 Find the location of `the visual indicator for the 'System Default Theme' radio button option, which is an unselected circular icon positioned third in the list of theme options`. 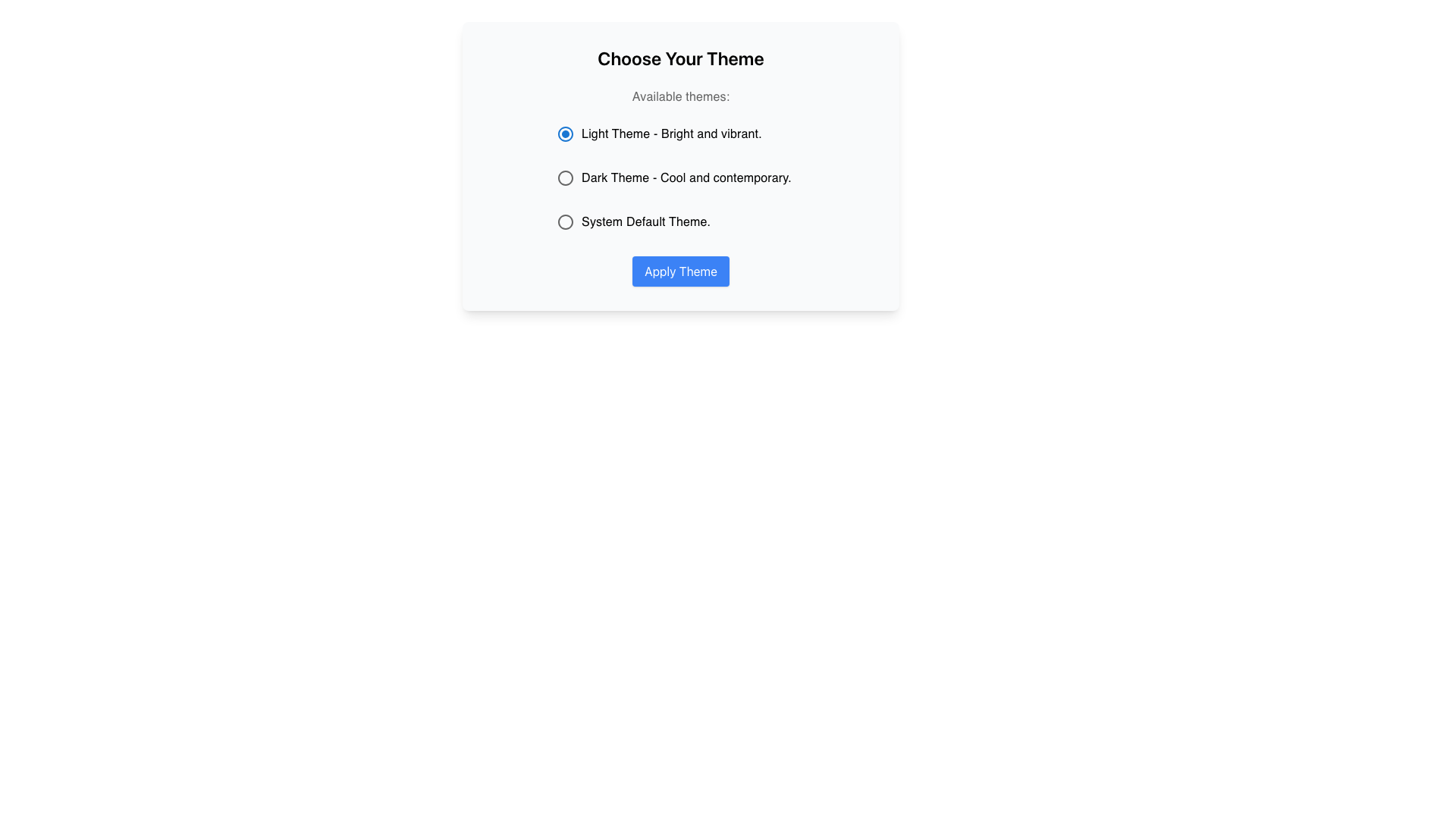

the visual indicator for the 'System Default Theme' radio button option, which is an unselected circular icon positioned third in the list of theme options is located at coordinates (565, 222).